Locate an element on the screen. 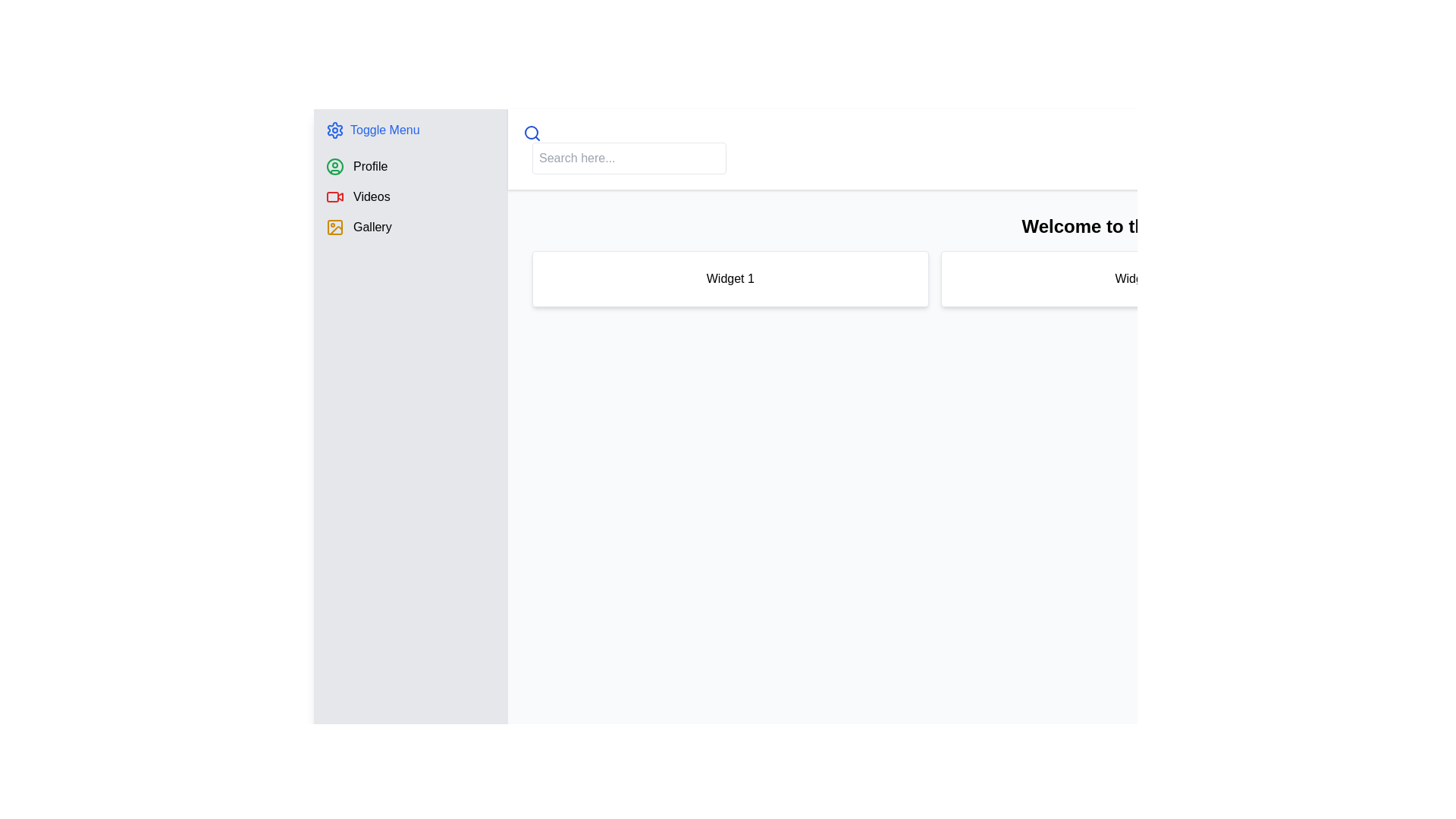 The width and height of the screenshot is (1456, 819). the magnifying glass icon located at the left side of the search bar to initiate a search is located at coordinates (532, 133).